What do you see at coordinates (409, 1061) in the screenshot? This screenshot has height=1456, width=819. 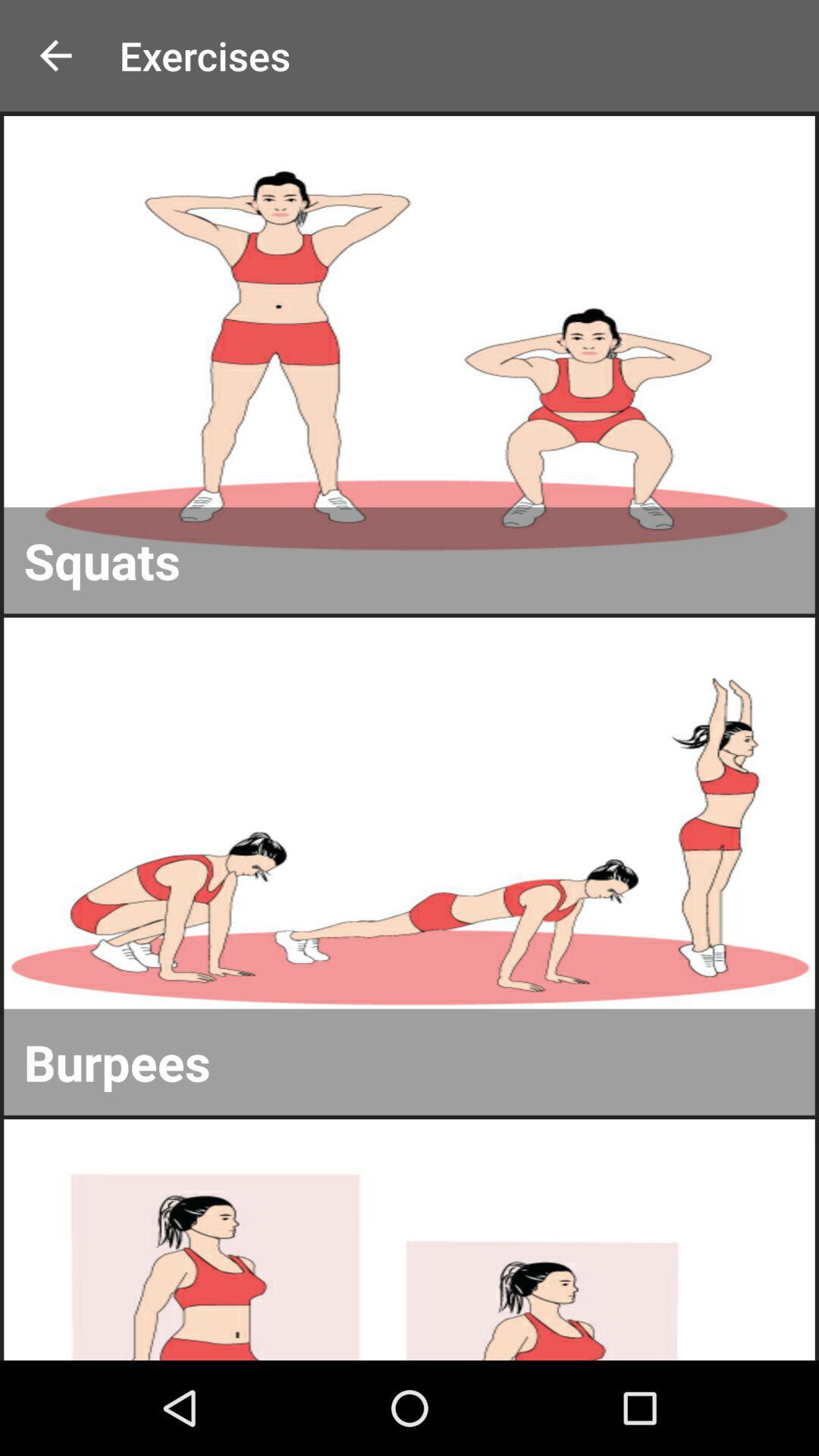 I see `burpees app` at bounding box center [409, 1061].